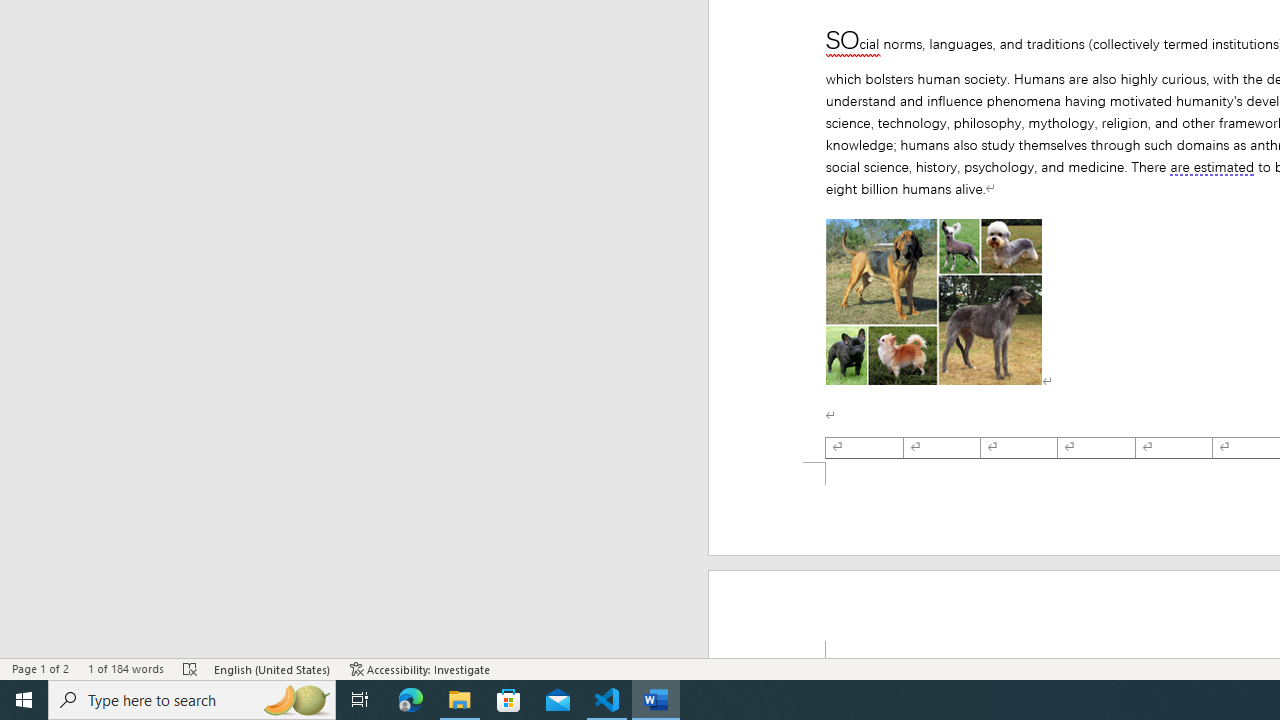 The width and height of the screenshot is (1280, 720). Describe the element at coordinates (656, 698) in the screenshot. I see `'Word - 1 running window'` at that location.